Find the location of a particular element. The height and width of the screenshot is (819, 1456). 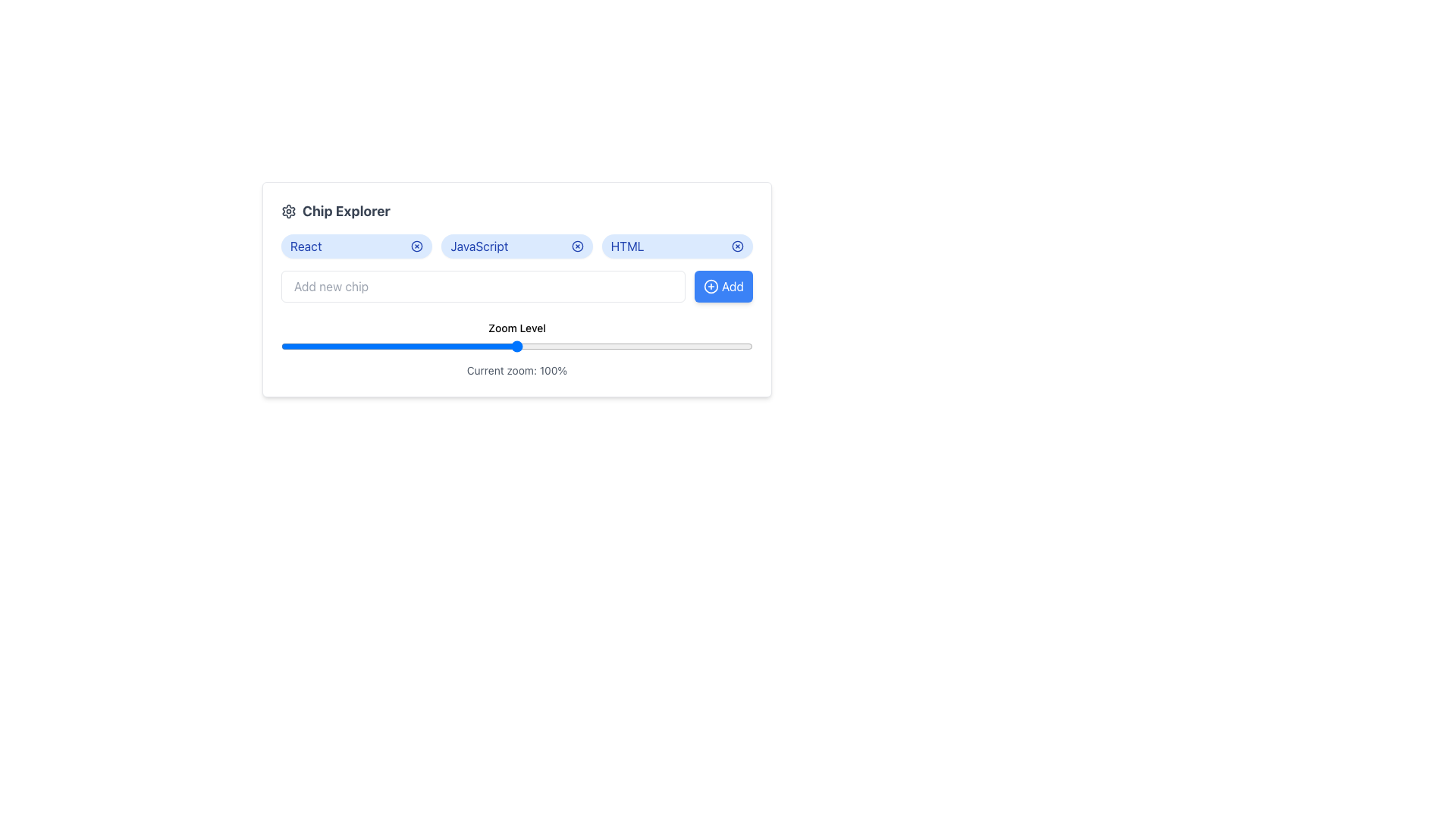

the blue circular indicator located between the 'JavaScript' and 'HTML' labels in the header is located at coordinates (576, 245).